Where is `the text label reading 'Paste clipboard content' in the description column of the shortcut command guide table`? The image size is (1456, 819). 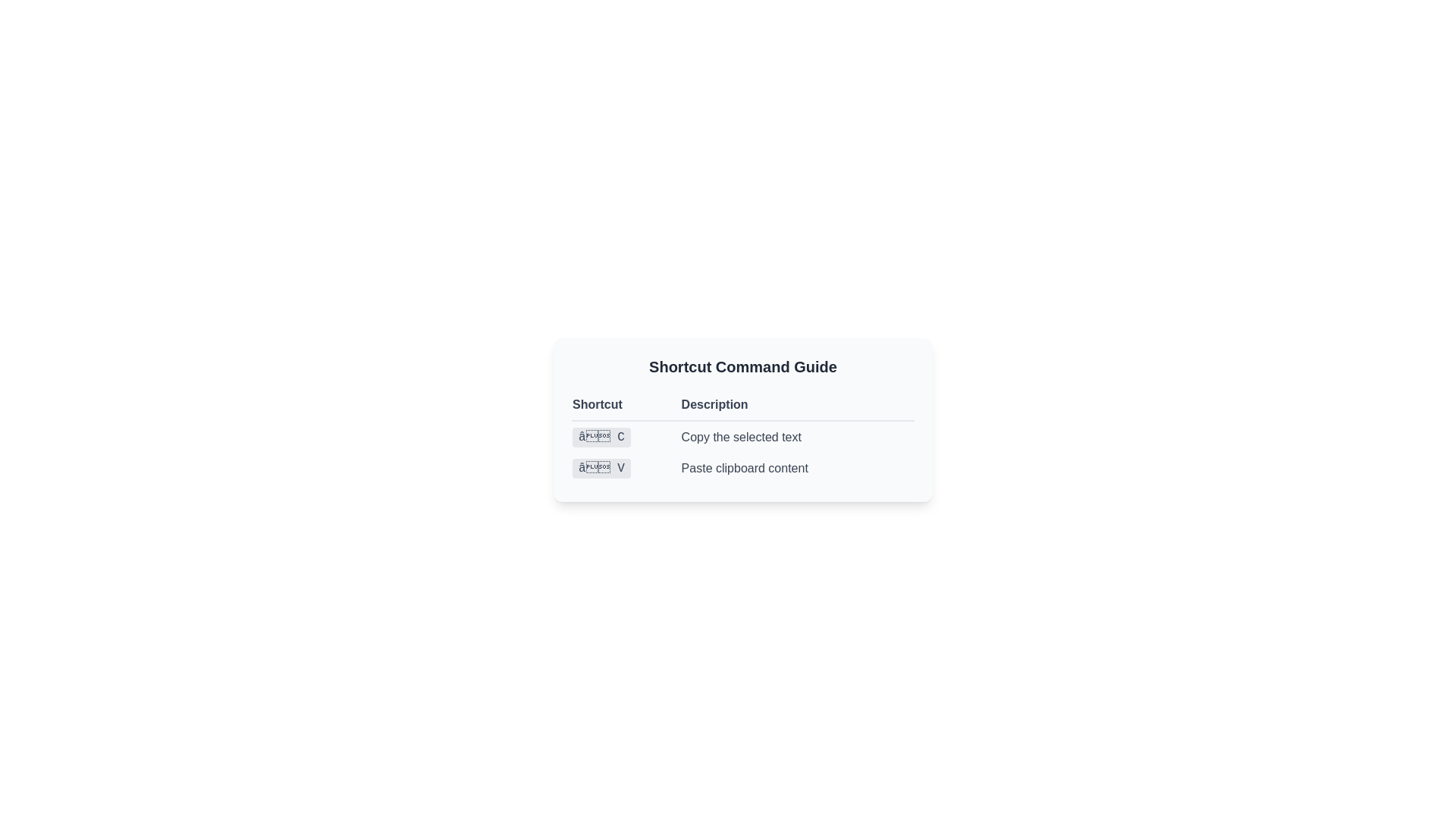 the text label reading 'Paste clipboard content' in the description column of the shortcut command guide table is located at coordinates (796, 467).